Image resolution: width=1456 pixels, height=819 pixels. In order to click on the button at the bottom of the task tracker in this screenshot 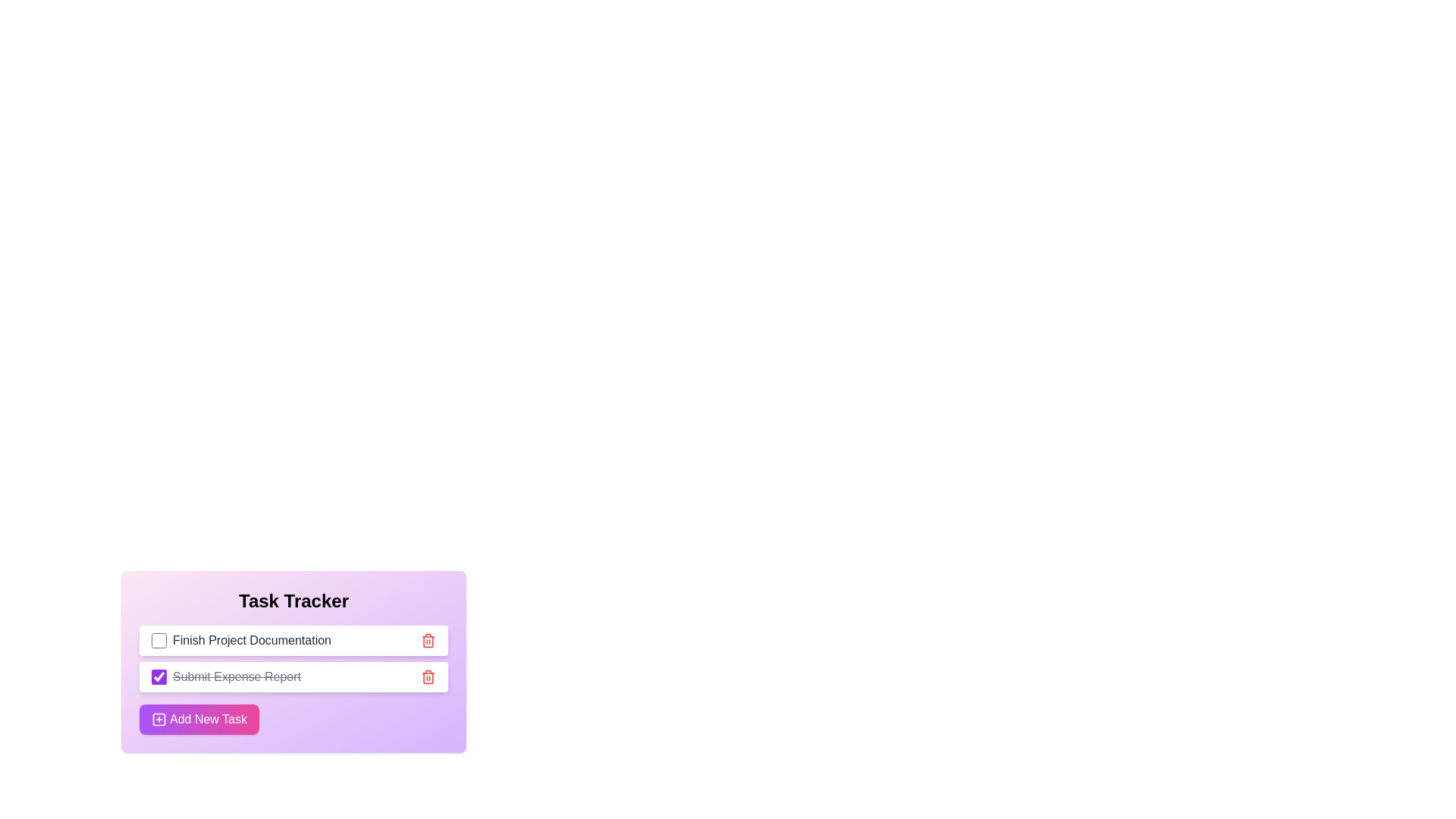, I will do `click(199, 718)`.